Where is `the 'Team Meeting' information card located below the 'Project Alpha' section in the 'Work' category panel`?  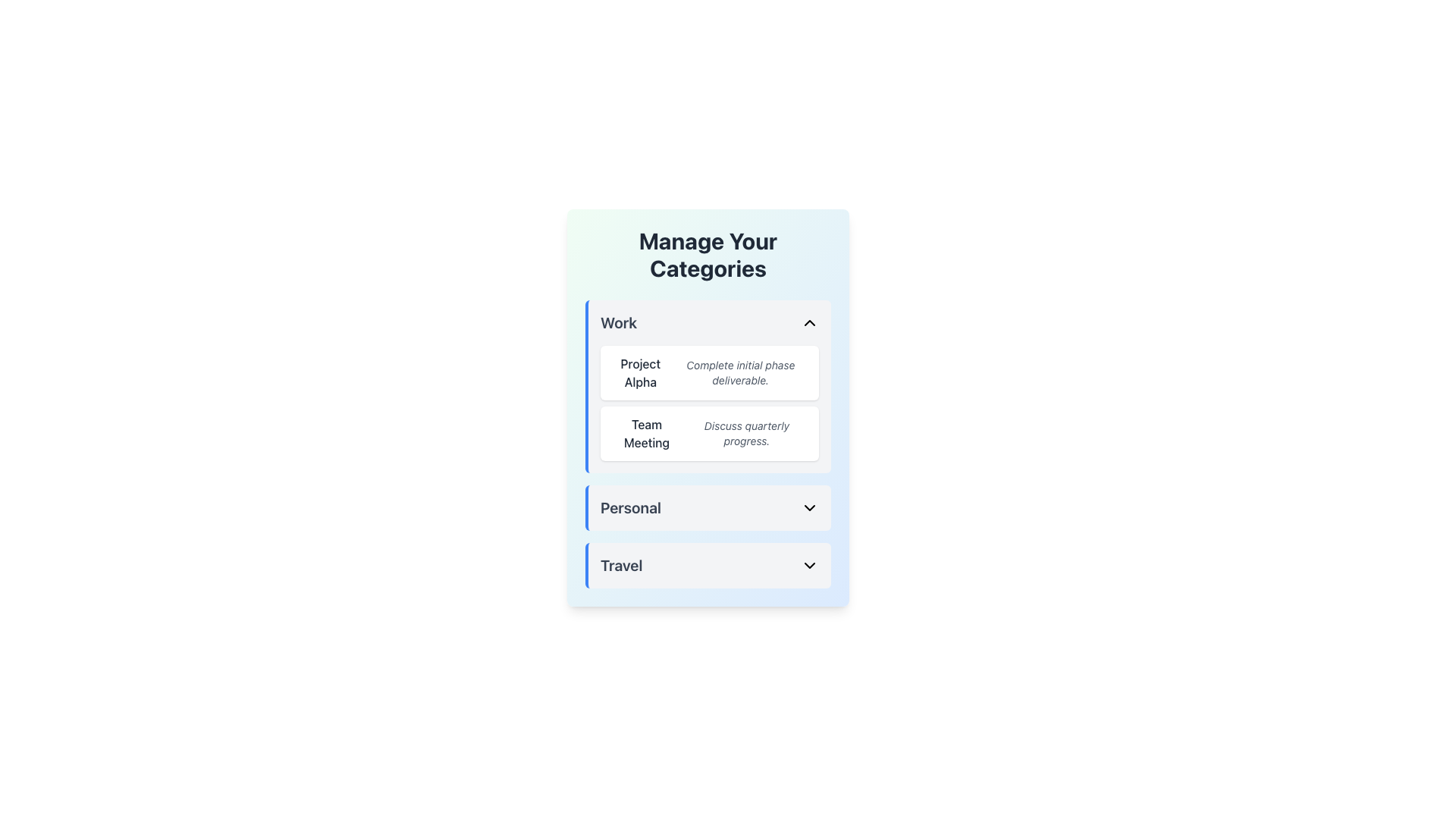 the 'Team Meeting' information card located below the 'Project Alpha' section in the 'Work' category panel is located at coordinates (709, 433).